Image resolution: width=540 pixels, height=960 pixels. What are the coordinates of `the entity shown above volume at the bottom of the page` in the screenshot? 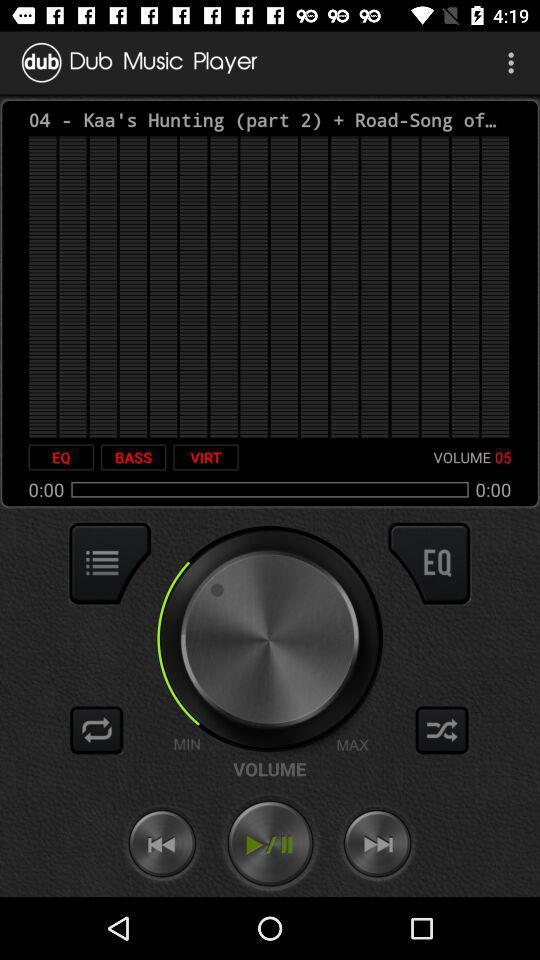 It's located at (269, 638).